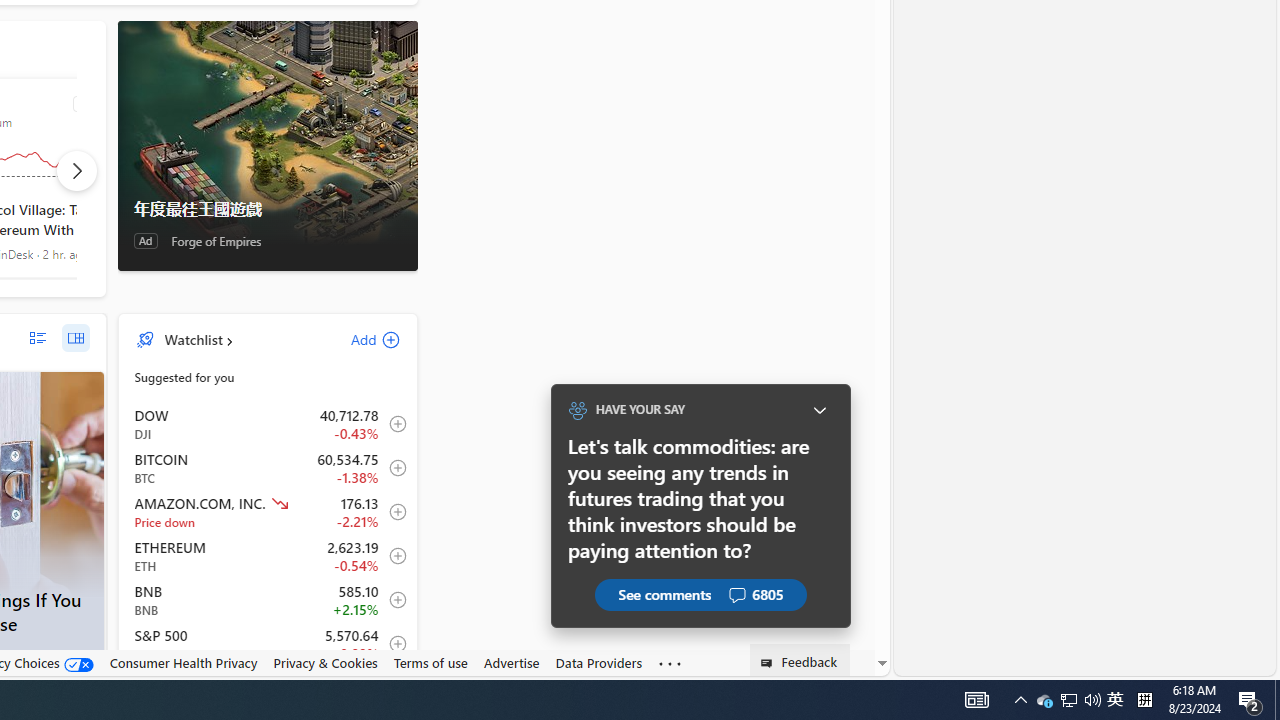 This screenshot has height=720, width=1280. I want to click on 'Add to Watchlist', so click(392, 644).